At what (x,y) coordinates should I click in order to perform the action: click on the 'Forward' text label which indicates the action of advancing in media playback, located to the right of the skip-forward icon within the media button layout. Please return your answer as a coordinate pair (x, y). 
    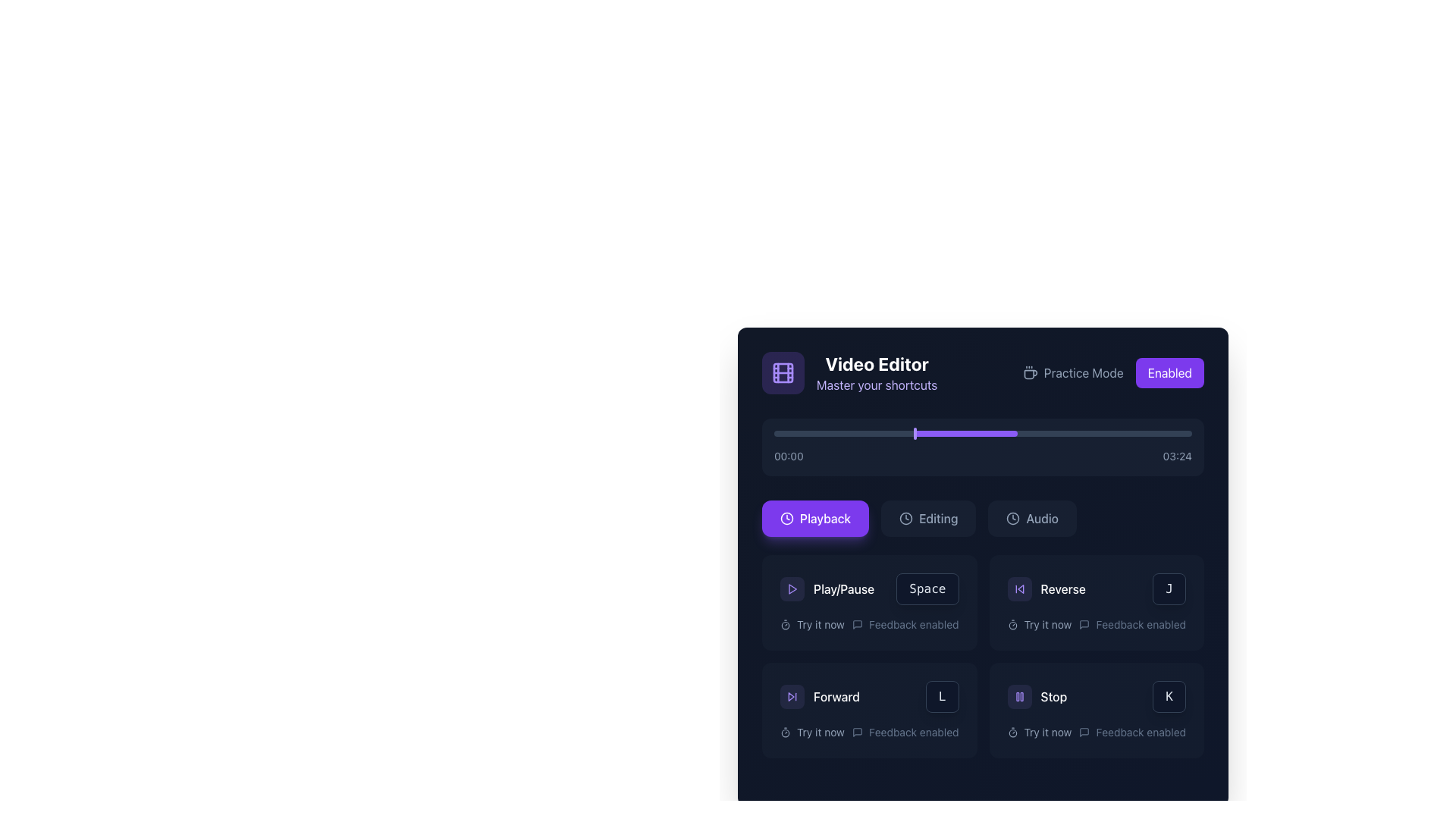
    Looking at the image, I should click on (836, 696).